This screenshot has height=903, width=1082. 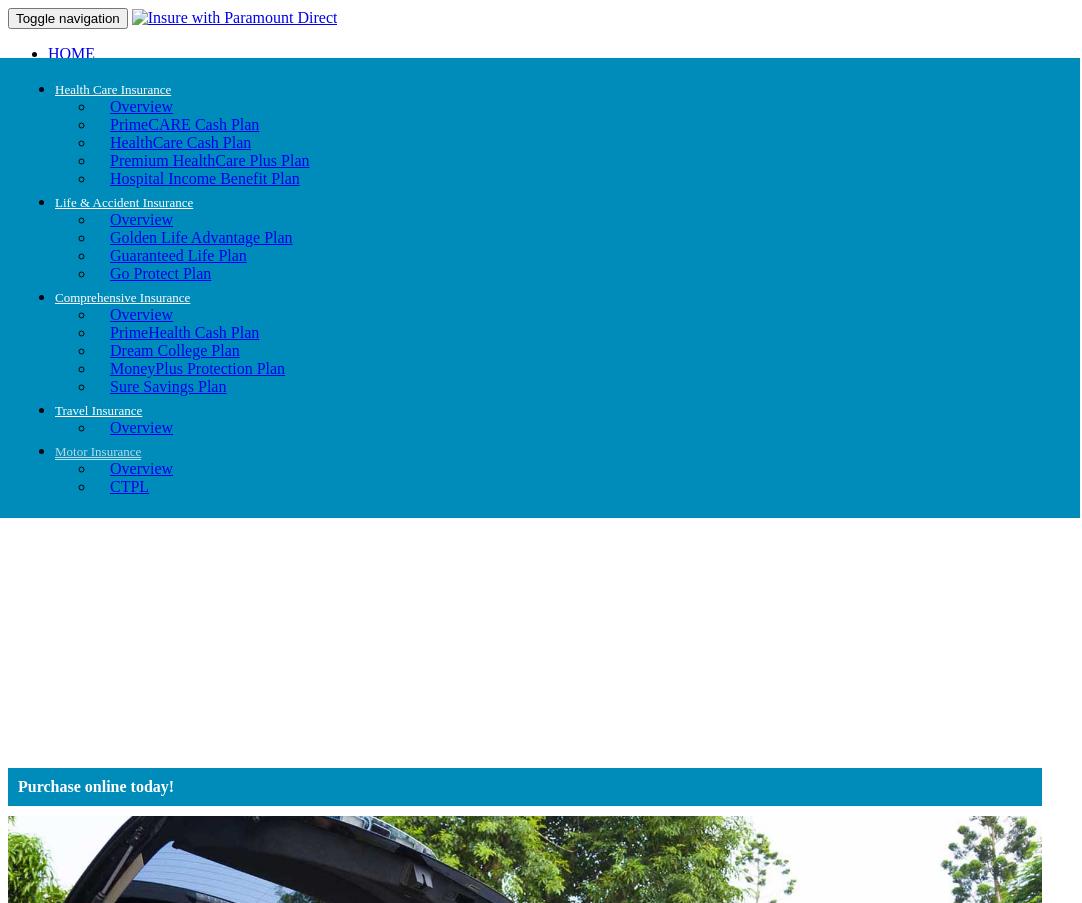 What do you see at coordinates (183, 124) in the screenshot?
I see `'PrimeCARE Cash Plan'` at bounding box center [183, 124].